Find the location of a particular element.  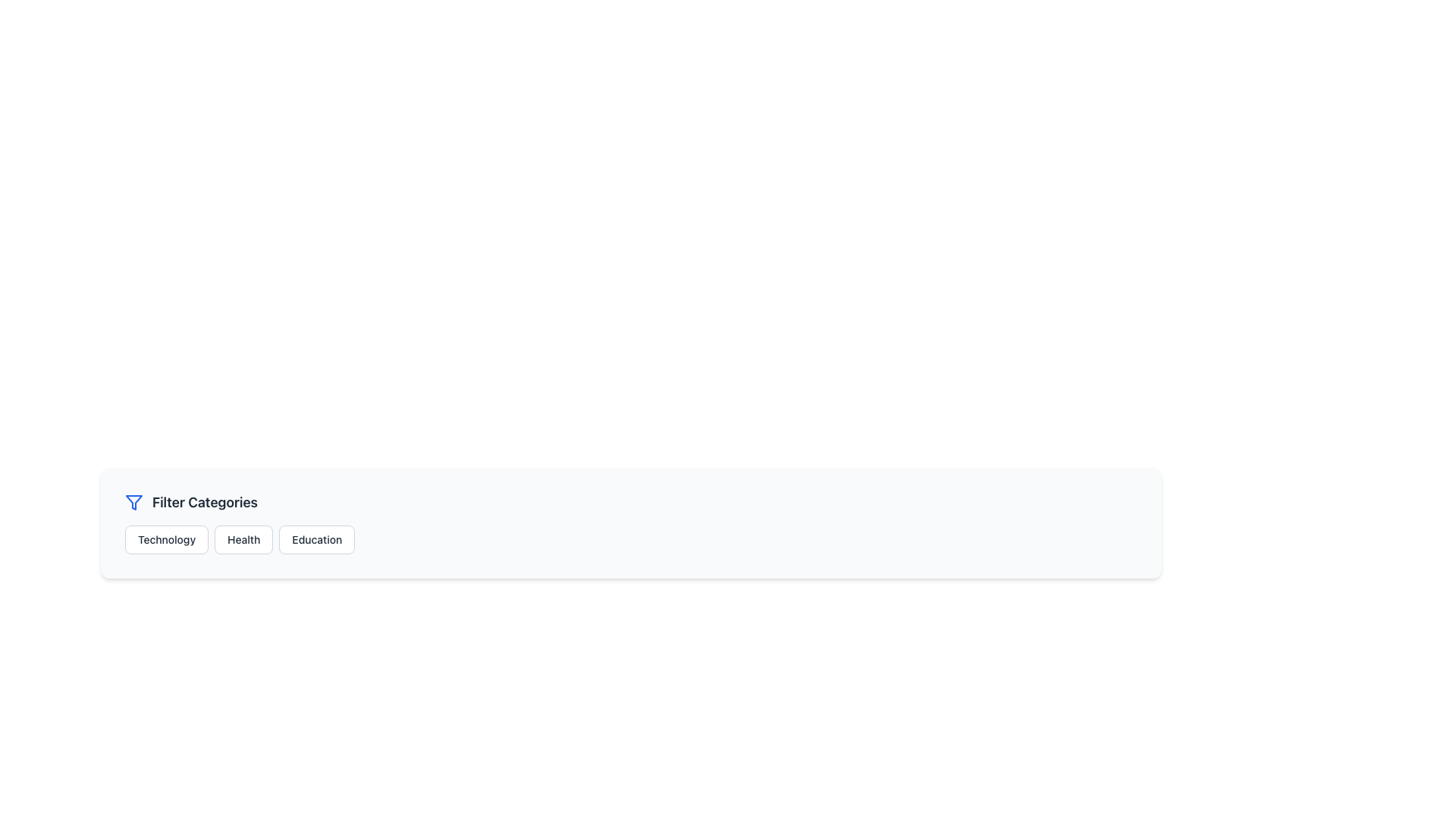

the 'Education' button, which is the third button in the 'Filter Categories' section is located at coordinates (316, 539).